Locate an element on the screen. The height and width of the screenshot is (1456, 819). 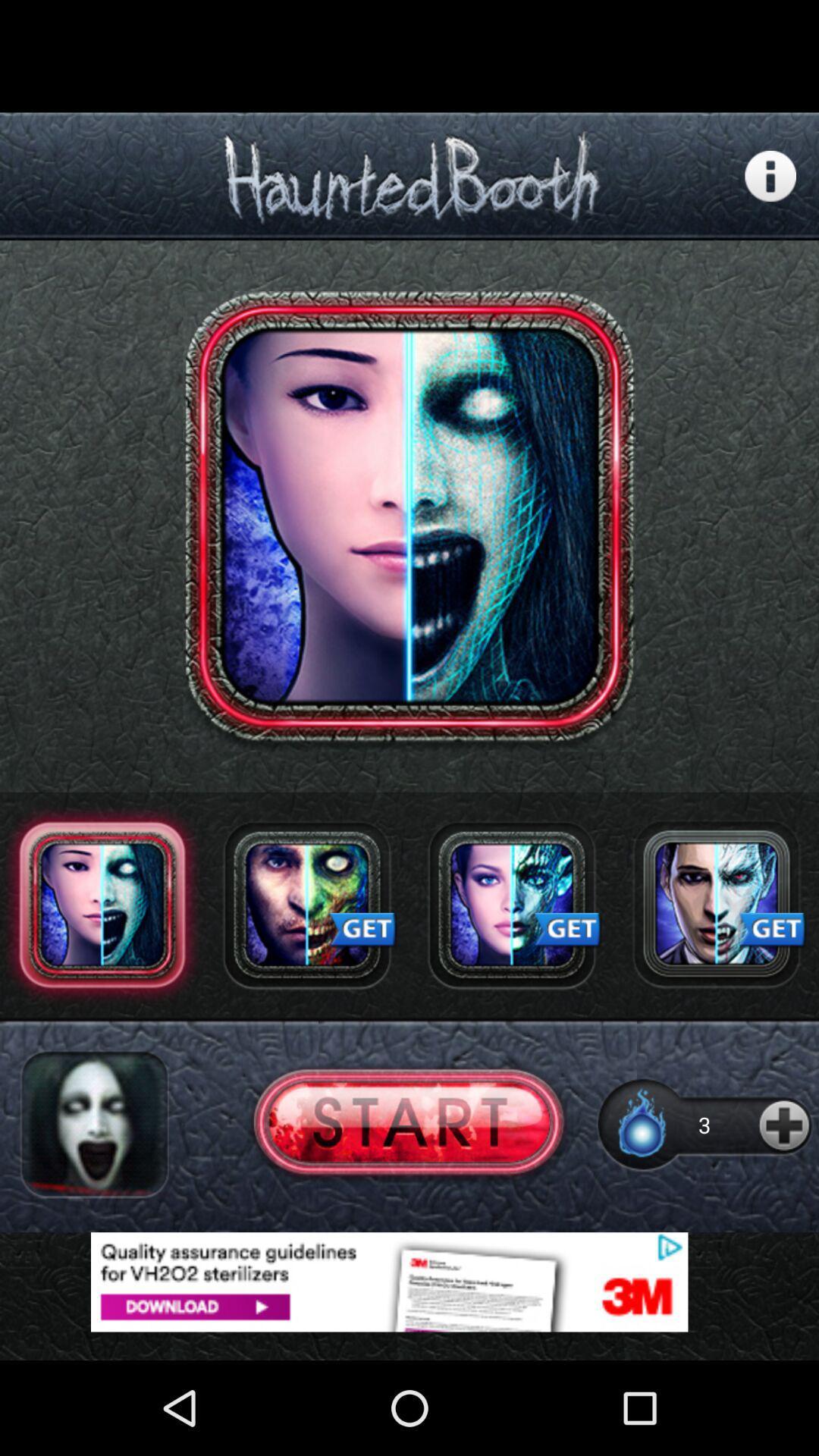
open advertisement is located at coordinates (717, 905).